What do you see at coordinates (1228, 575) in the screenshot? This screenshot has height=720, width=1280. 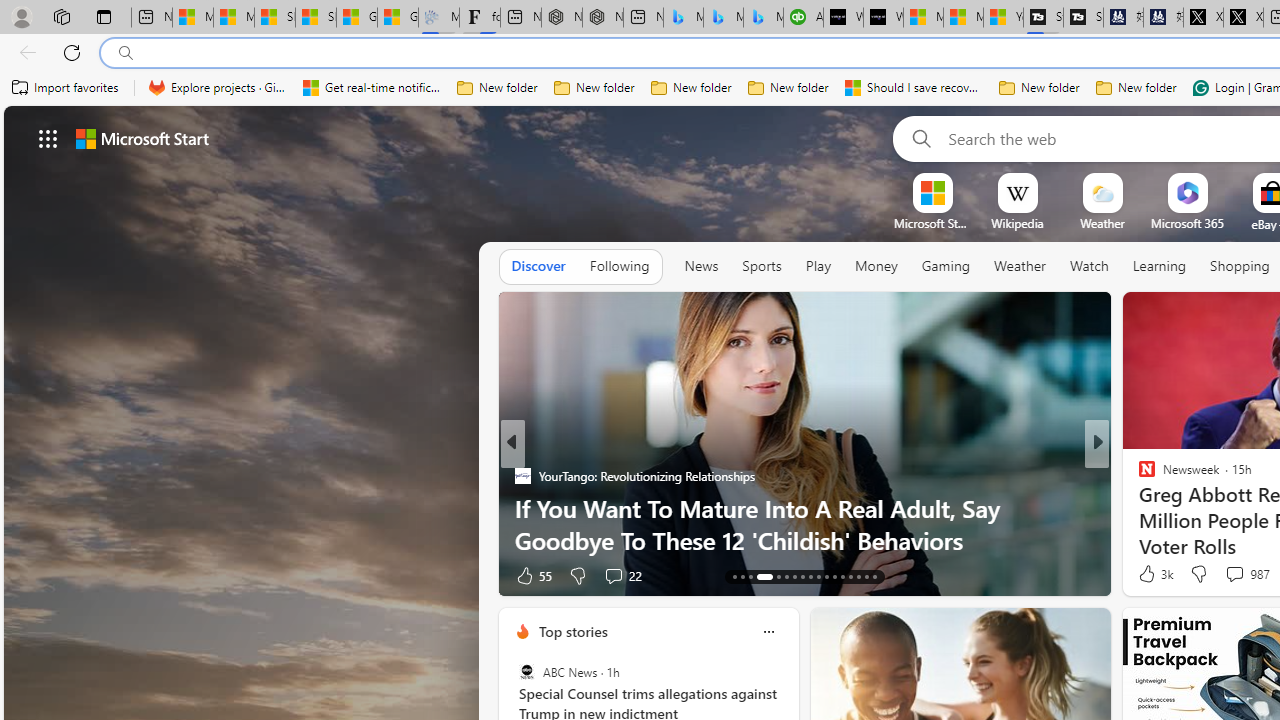 I see `'View comments 1 Comment'` at bounding box center [1228, 575].